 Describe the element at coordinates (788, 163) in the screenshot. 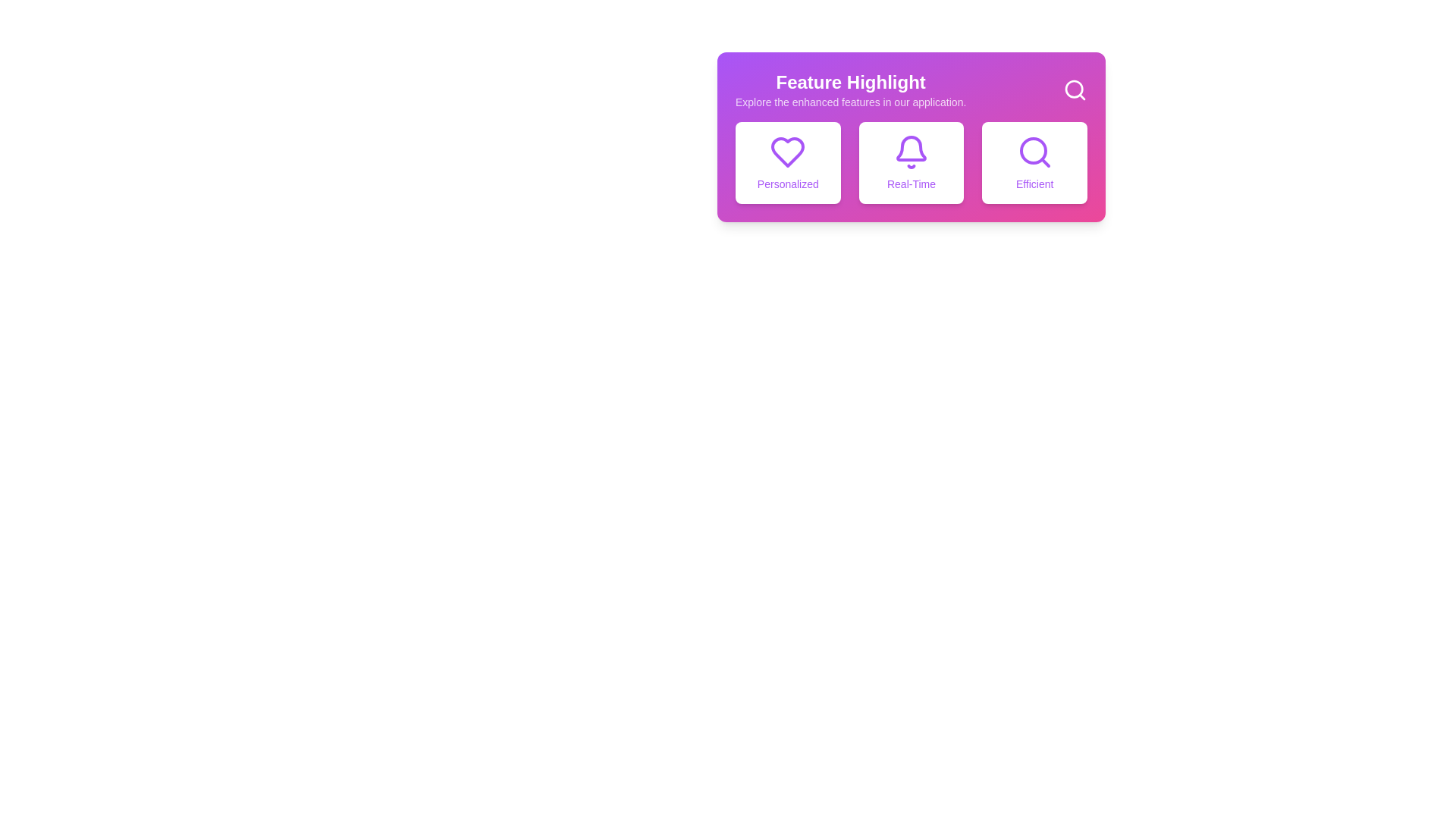

I see `the details of the 'Personalized' feature card, which is the first card in a grid layout, positioned to the left of the 'Real-Time' and 'Efficient' cards` at that location.